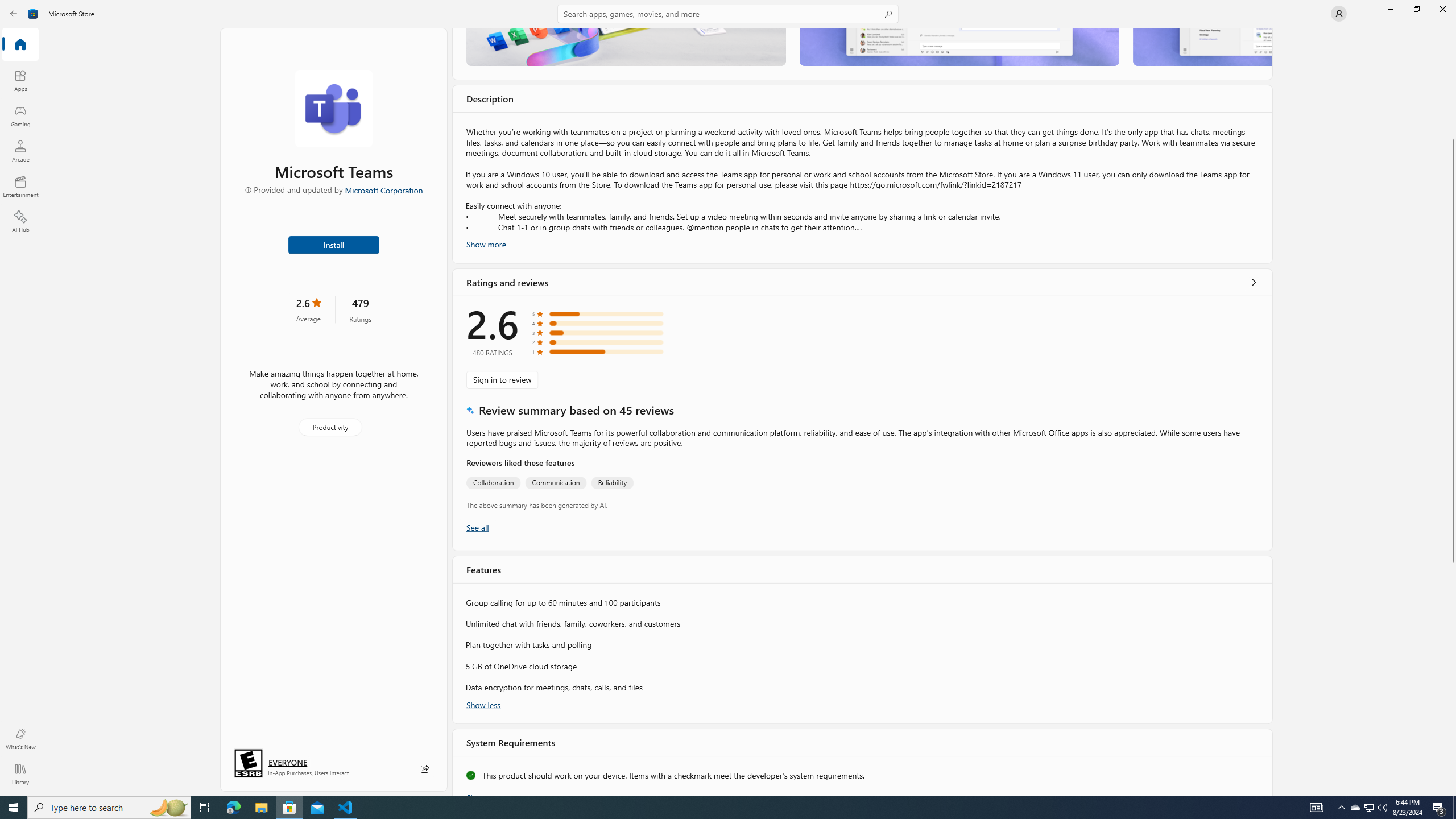 The width and height of the screenshot is (1456, 819). Describe the element at coordinates (502, 379) in the screenshot. I see `'Sign in to review'` at that location.